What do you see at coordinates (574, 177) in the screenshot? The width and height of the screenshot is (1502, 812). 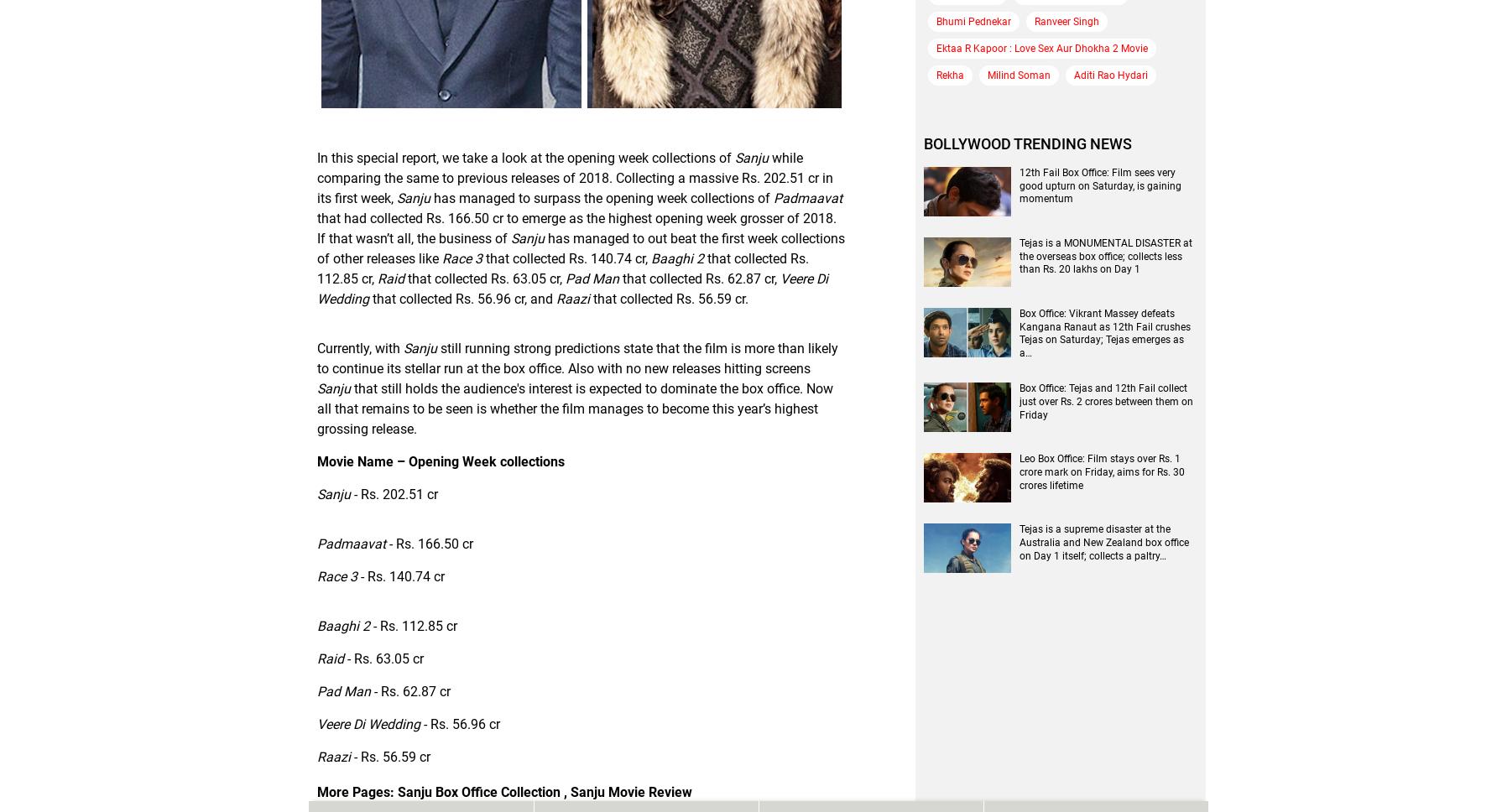 I see `'while comparing the same to previous releases of 2018. Collecting a massive Rs. 202.51 cr in its first week,'` at bounding box center [574, 177].